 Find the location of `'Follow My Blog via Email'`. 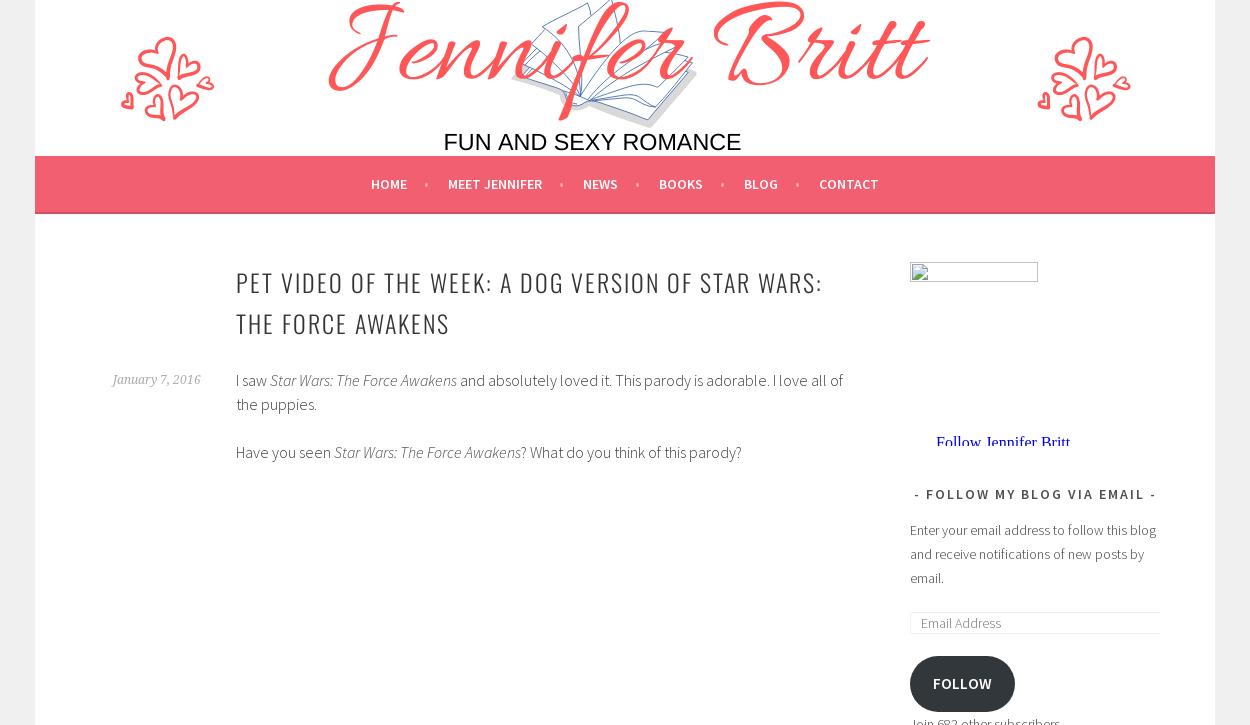

'Follow My Blog via Email' is located at coordinates (925, 493).